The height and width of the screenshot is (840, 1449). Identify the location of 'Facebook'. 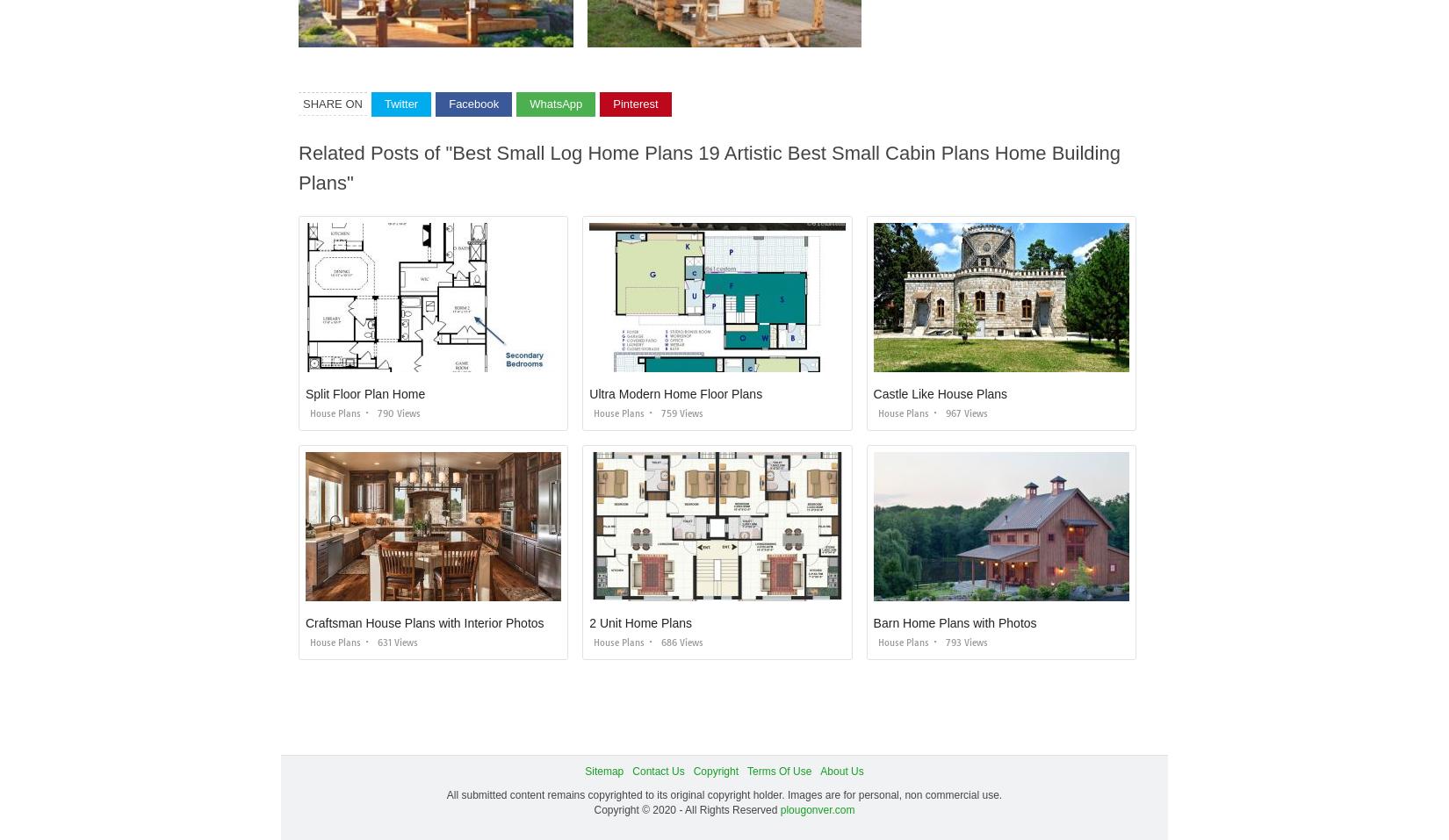
(472, 103).